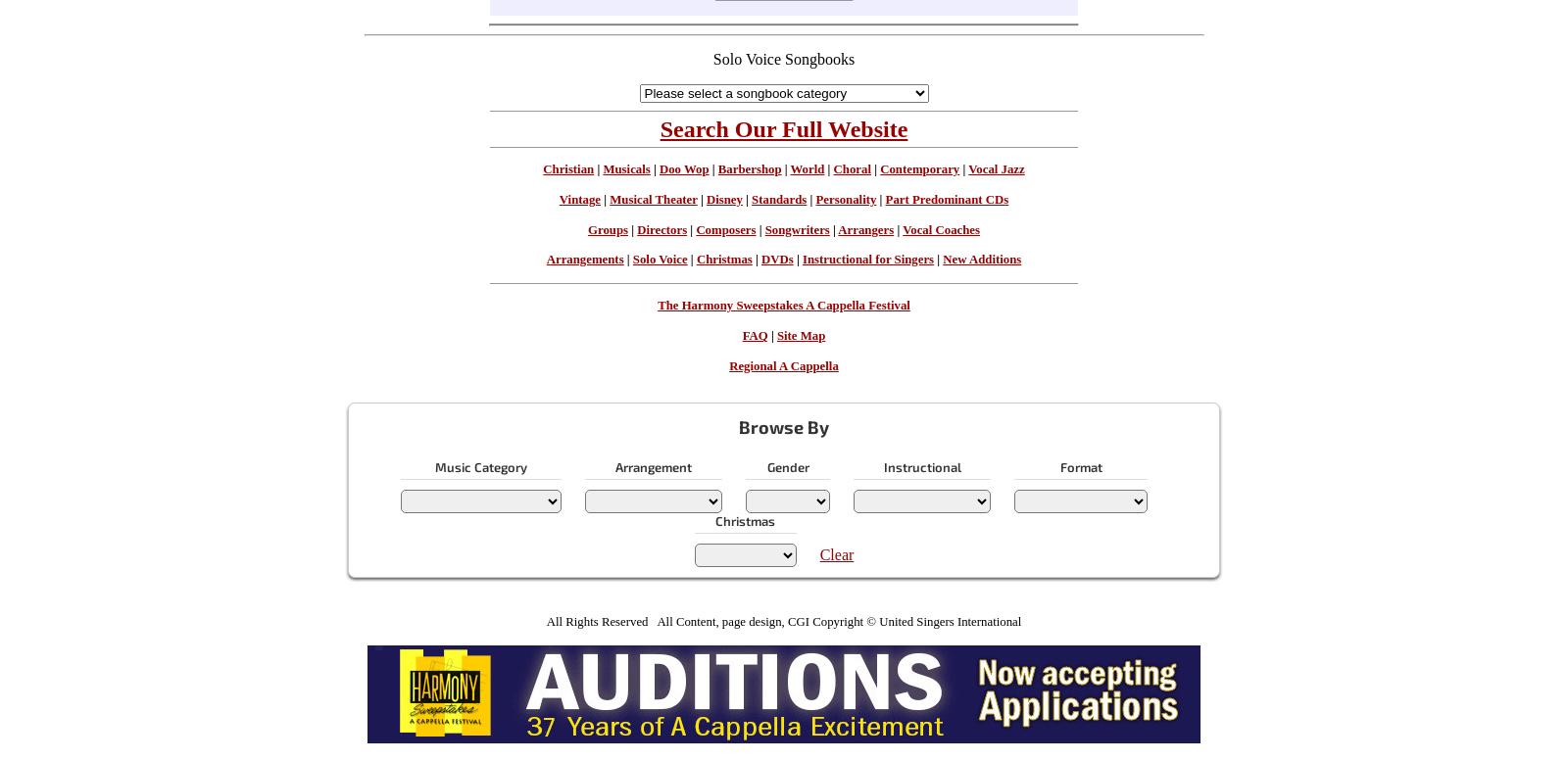 This screenshot has height=761, width=1568. Describe the element at coordinates (845, 198) in the screenshot. I see `'Personality'` at that location.